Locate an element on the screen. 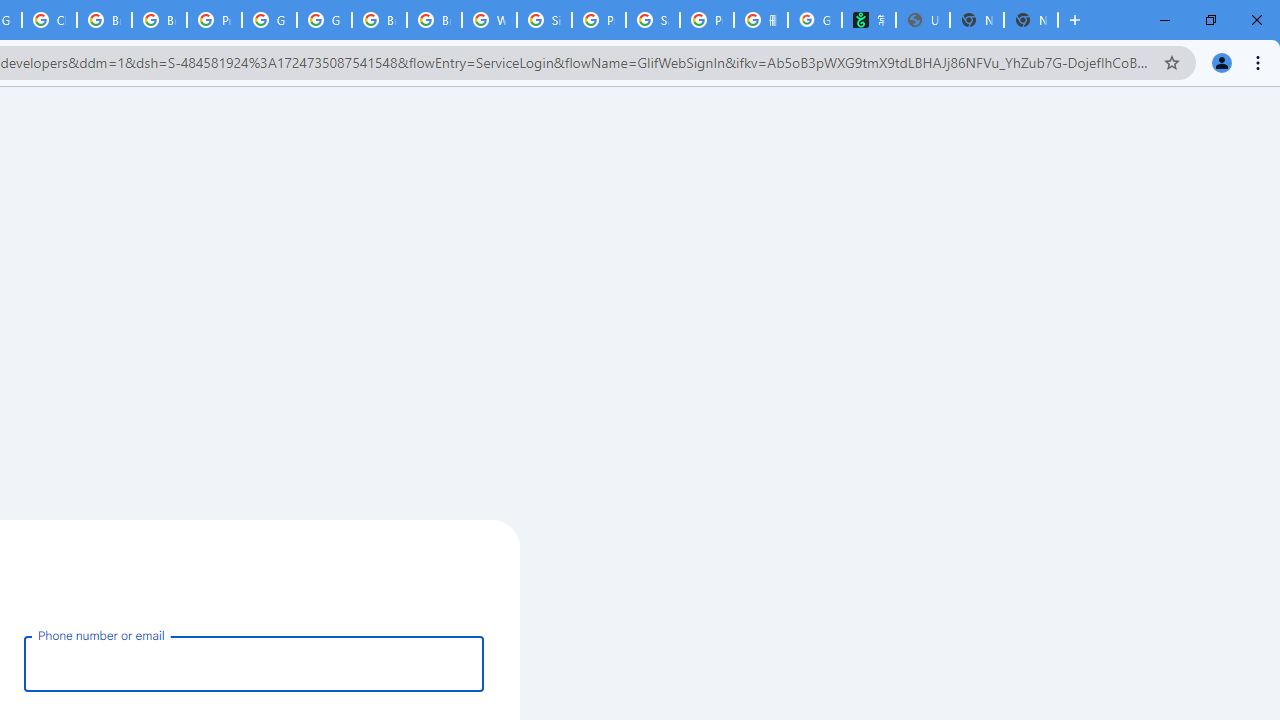  'Untitled' is located at coordinates (921, 20).